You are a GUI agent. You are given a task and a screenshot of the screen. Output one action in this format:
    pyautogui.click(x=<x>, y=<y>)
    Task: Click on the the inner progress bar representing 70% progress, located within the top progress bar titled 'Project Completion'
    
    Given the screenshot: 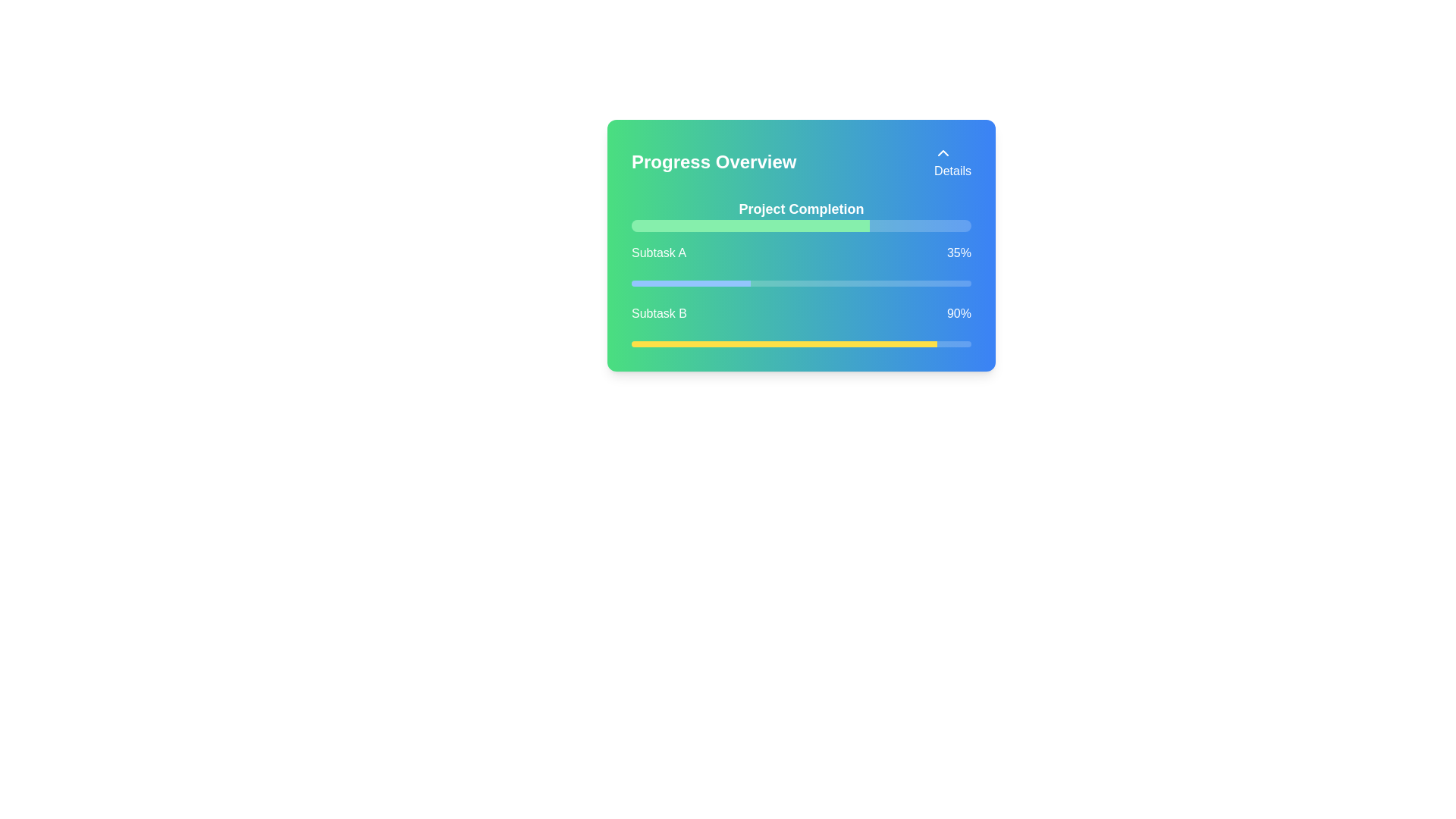 What is the action you would take?
    pyautogui.click(x=750, y=225)
    